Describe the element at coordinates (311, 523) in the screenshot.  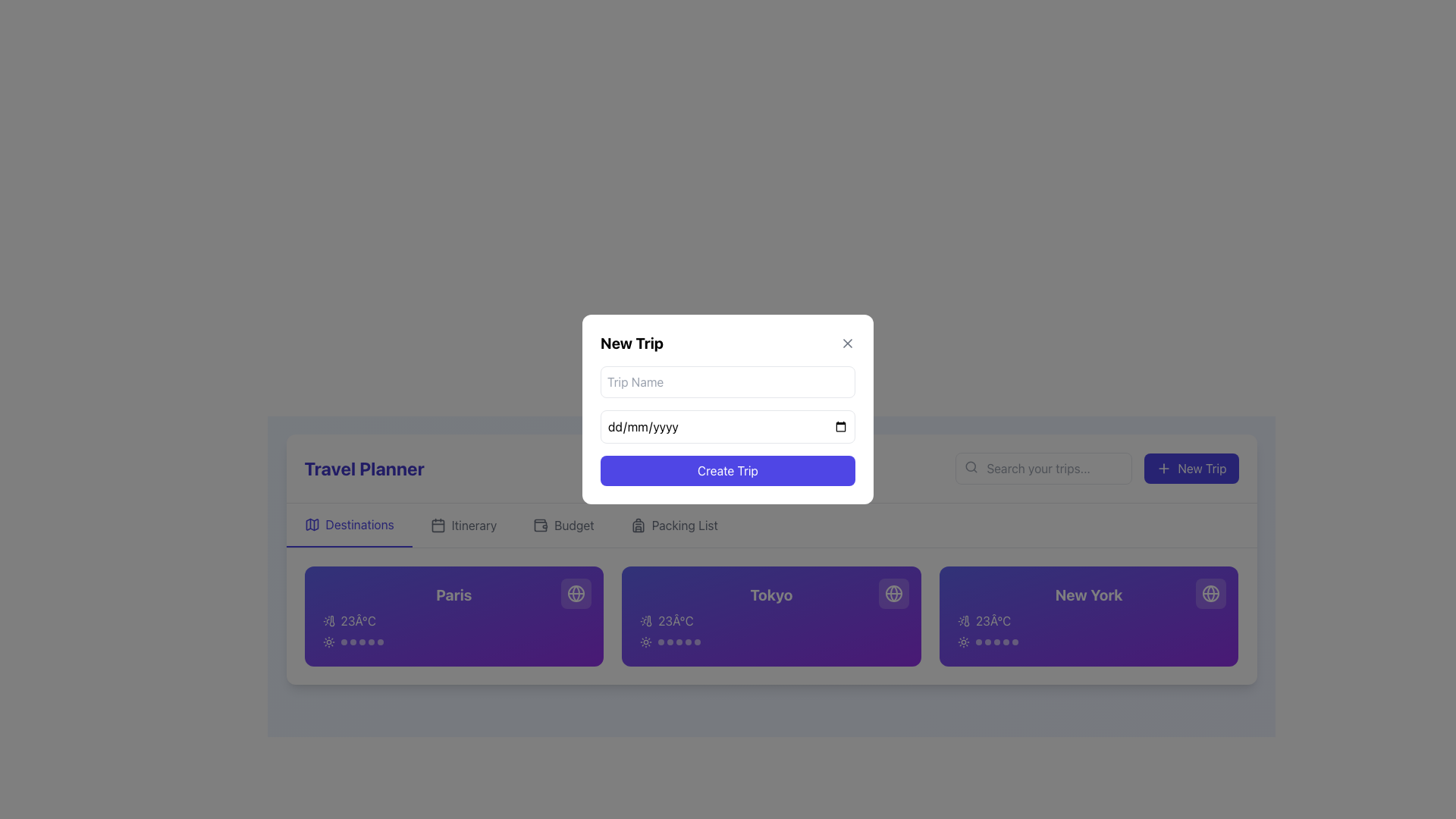
I see `the stylized map symbol icon located in the top-left corner of the 'Travel Planner' section` at that location.